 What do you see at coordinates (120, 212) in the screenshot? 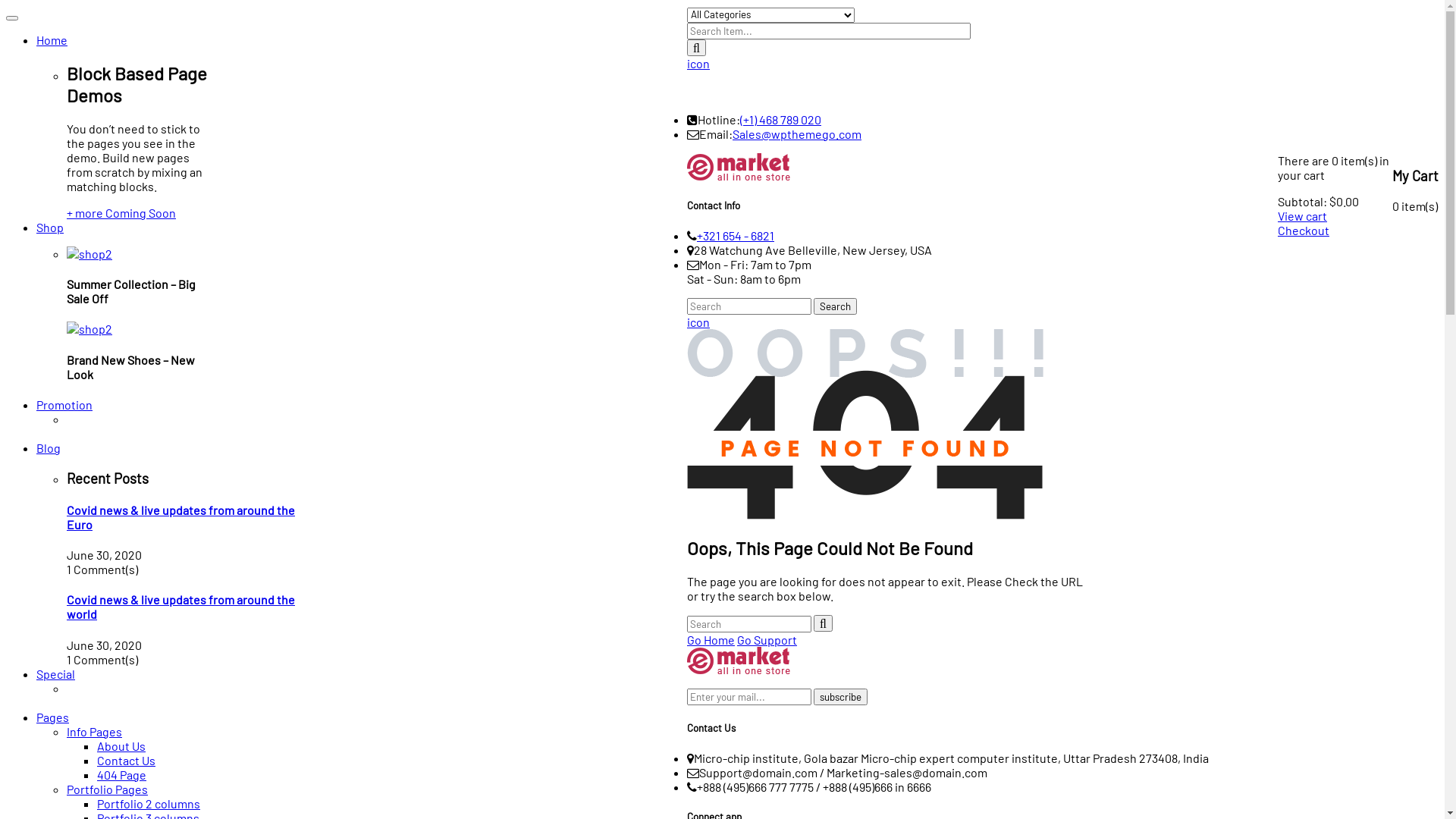
I see `'+ more Coming Soon'` at bounding box center [120, 212].